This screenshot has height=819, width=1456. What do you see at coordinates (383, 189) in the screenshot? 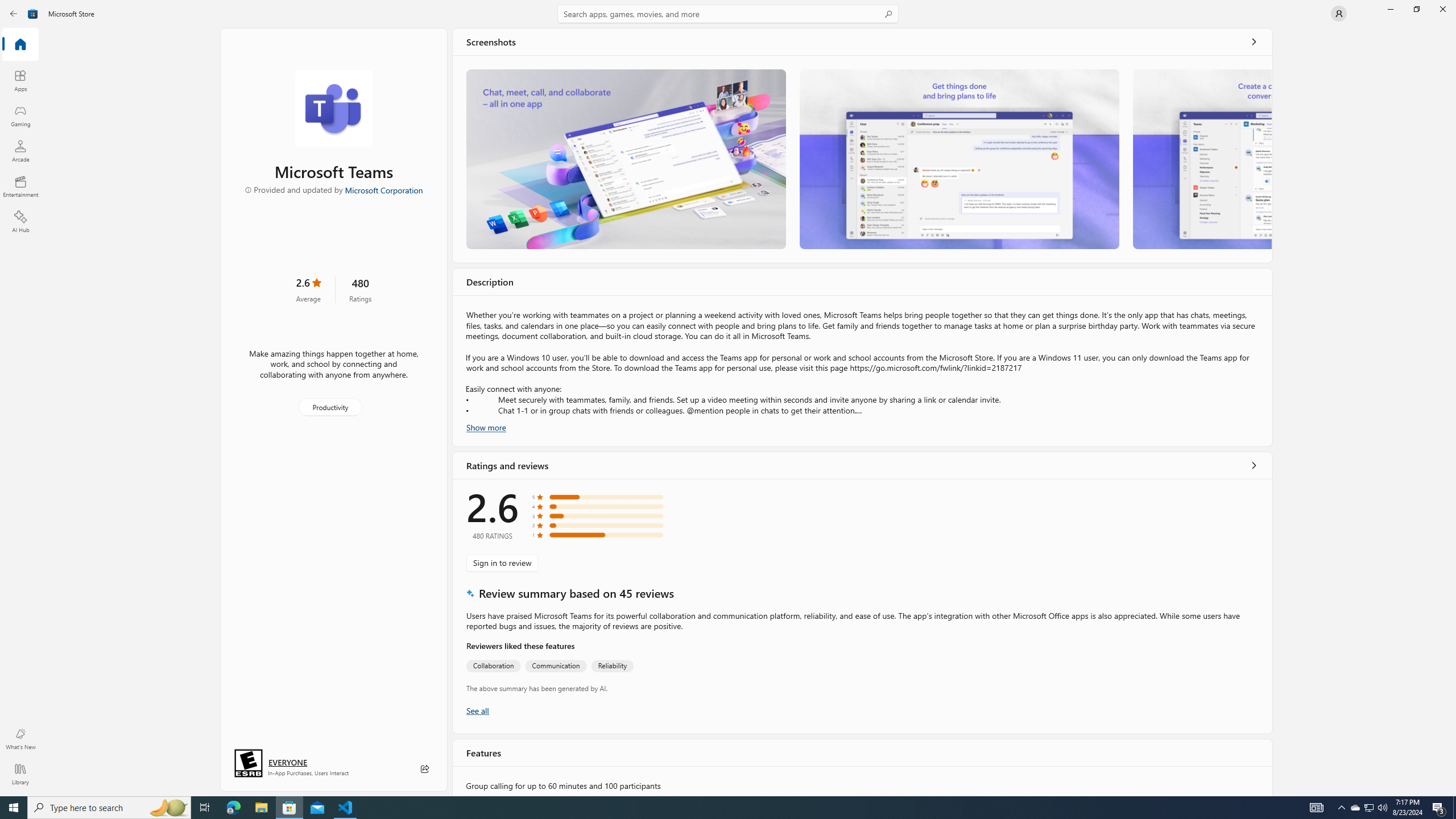
I see `'Microsoft Corporation'` at bounding box center [383, 189].